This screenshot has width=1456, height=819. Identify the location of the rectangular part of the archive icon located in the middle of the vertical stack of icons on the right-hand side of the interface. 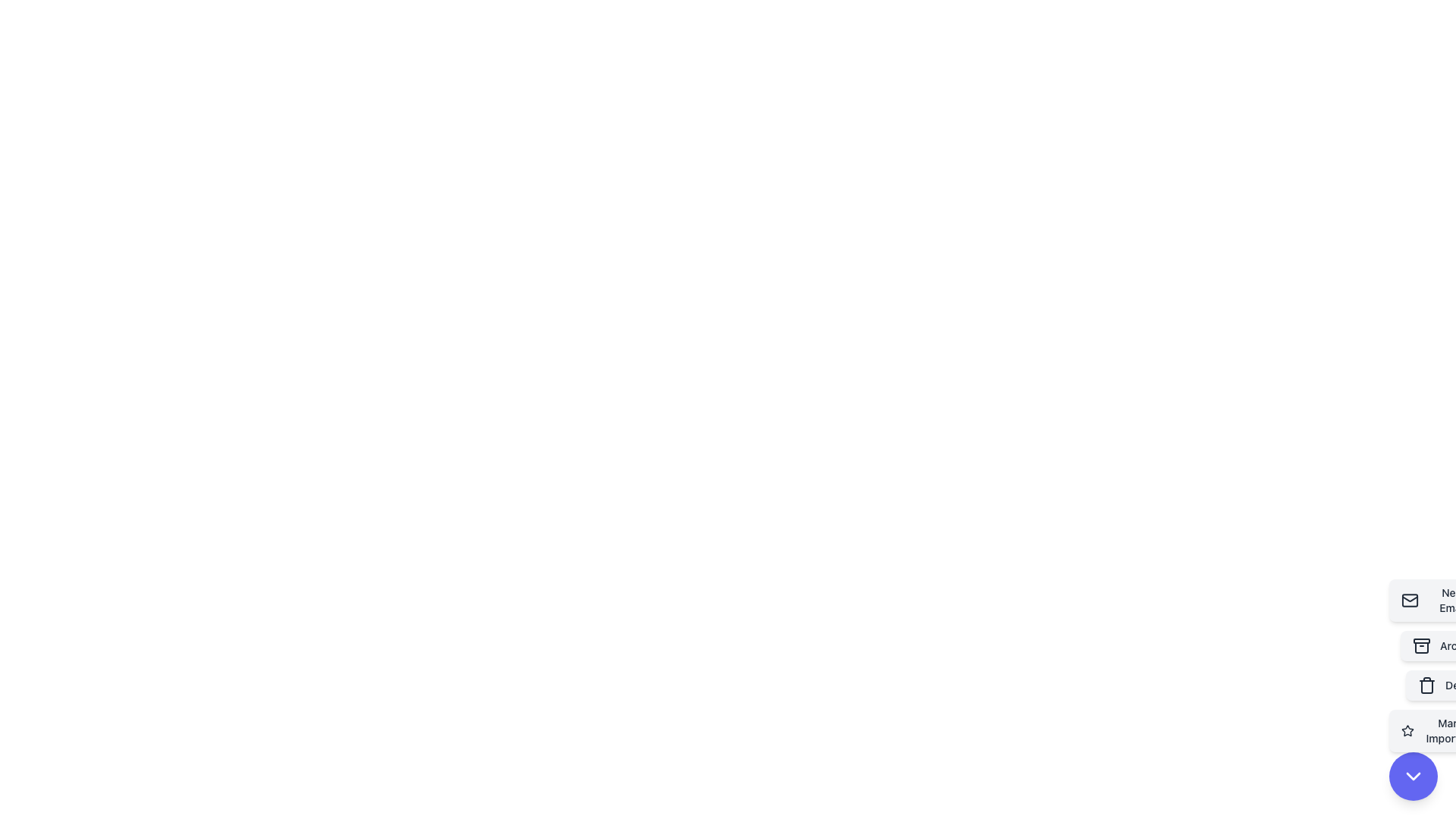
(1421, 641).